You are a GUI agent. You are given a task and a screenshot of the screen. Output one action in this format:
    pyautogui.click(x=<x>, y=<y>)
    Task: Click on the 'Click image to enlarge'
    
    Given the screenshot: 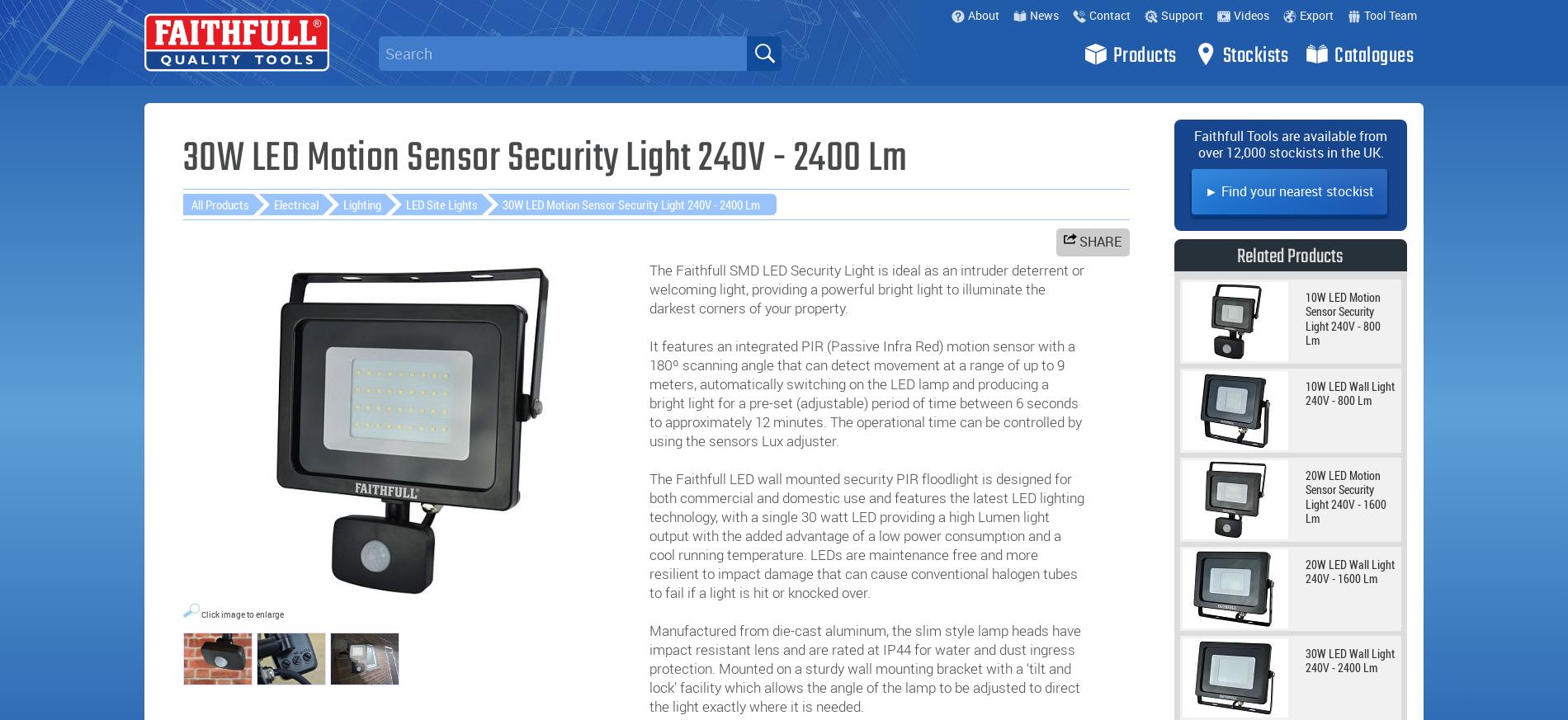 What is the action you would take?
    pyautogui.click(x=240, y=614)
    